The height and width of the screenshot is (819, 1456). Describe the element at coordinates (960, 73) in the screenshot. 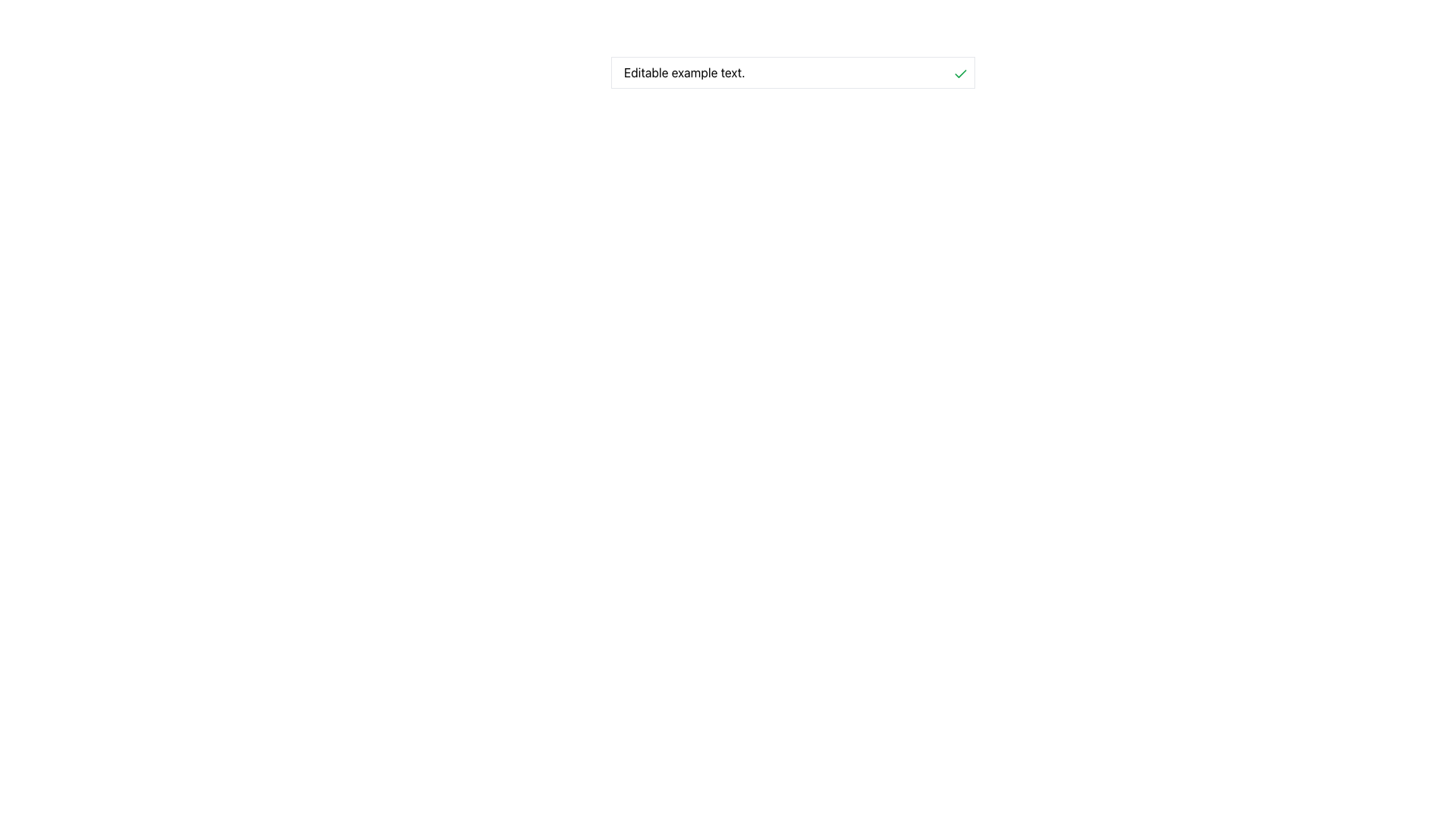

I see `the green outlined checkmark icon located at the end of the text area, which serves as a confirmation indicator for the editable text` at that location.